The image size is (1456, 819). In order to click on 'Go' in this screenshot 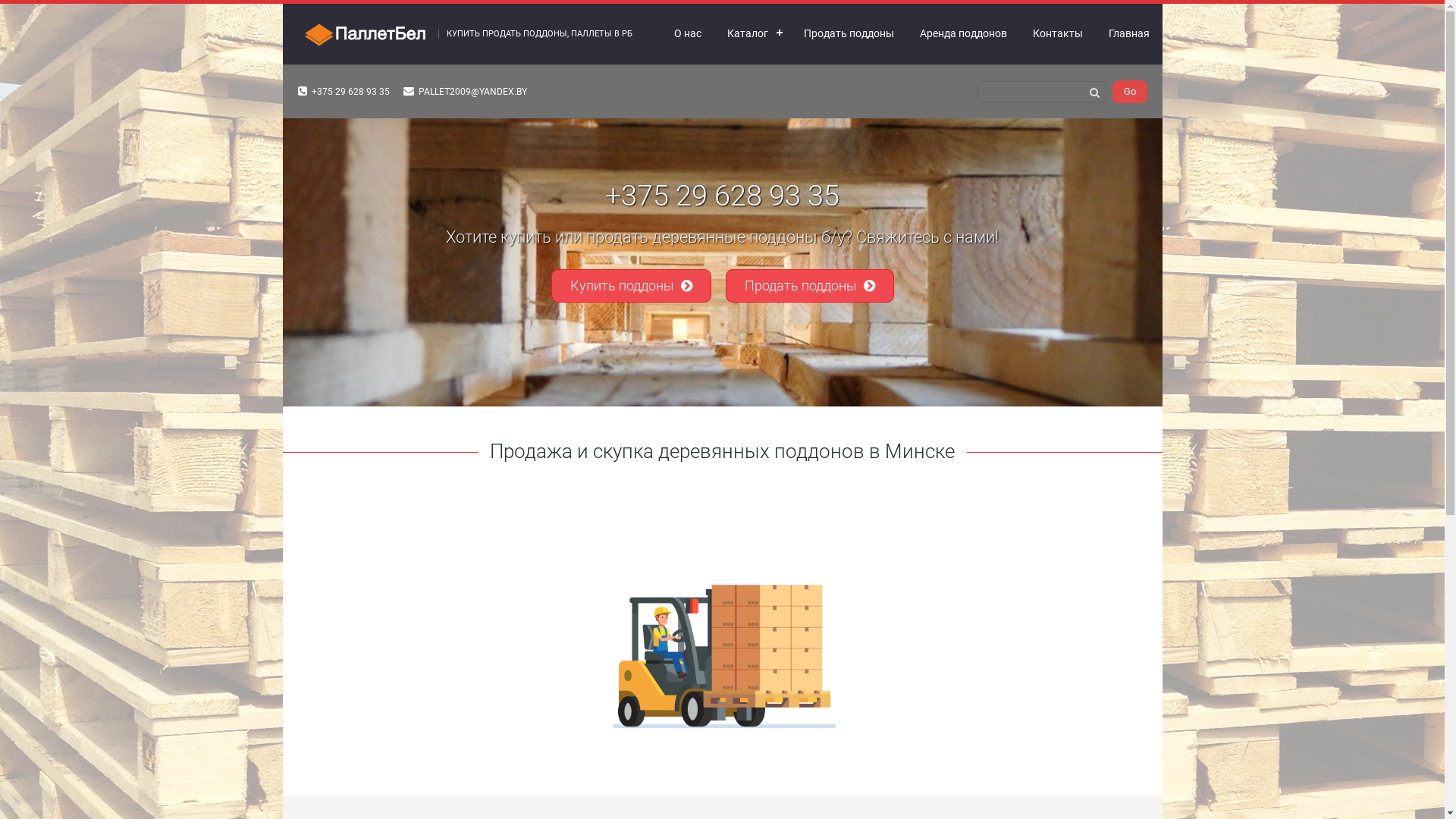, I will do `click(1128, 91)`.